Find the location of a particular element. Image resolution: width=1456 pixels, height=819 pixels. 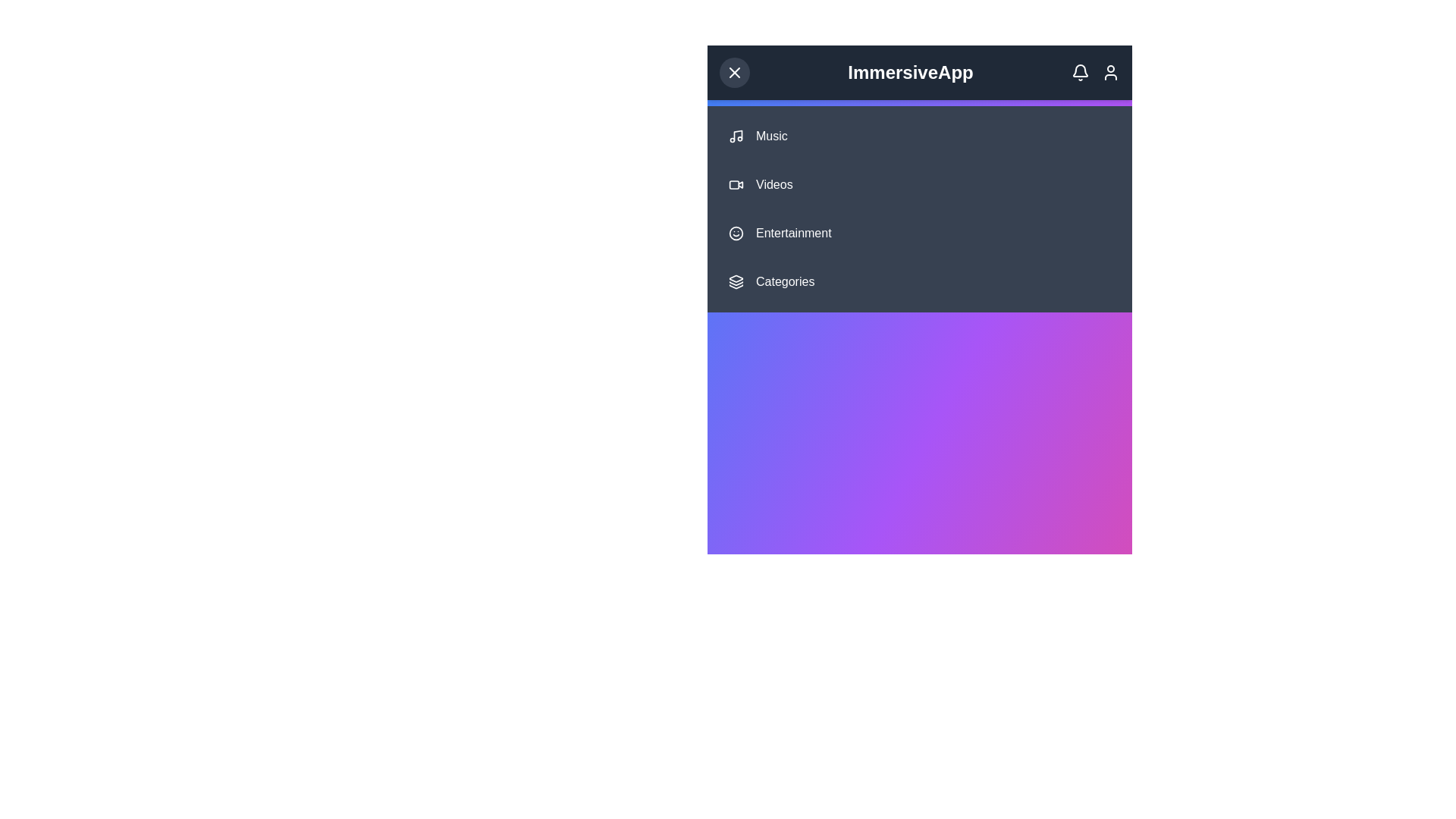

the 'Entertainment' menu item is located at coordinates (919, 234).